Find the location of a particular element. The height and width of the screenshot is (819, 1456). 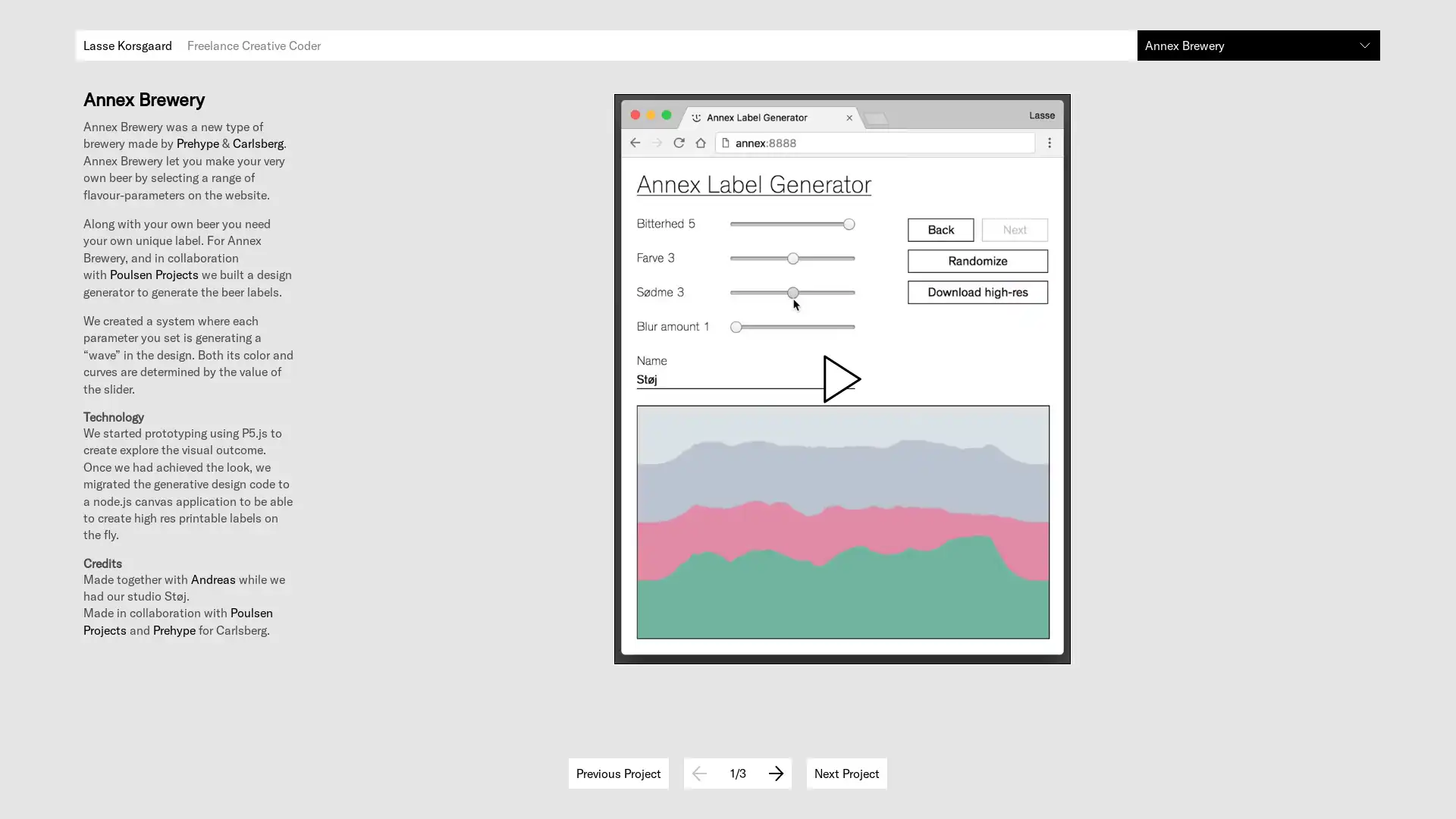

Previous Image is located at coordinates (698, 773).